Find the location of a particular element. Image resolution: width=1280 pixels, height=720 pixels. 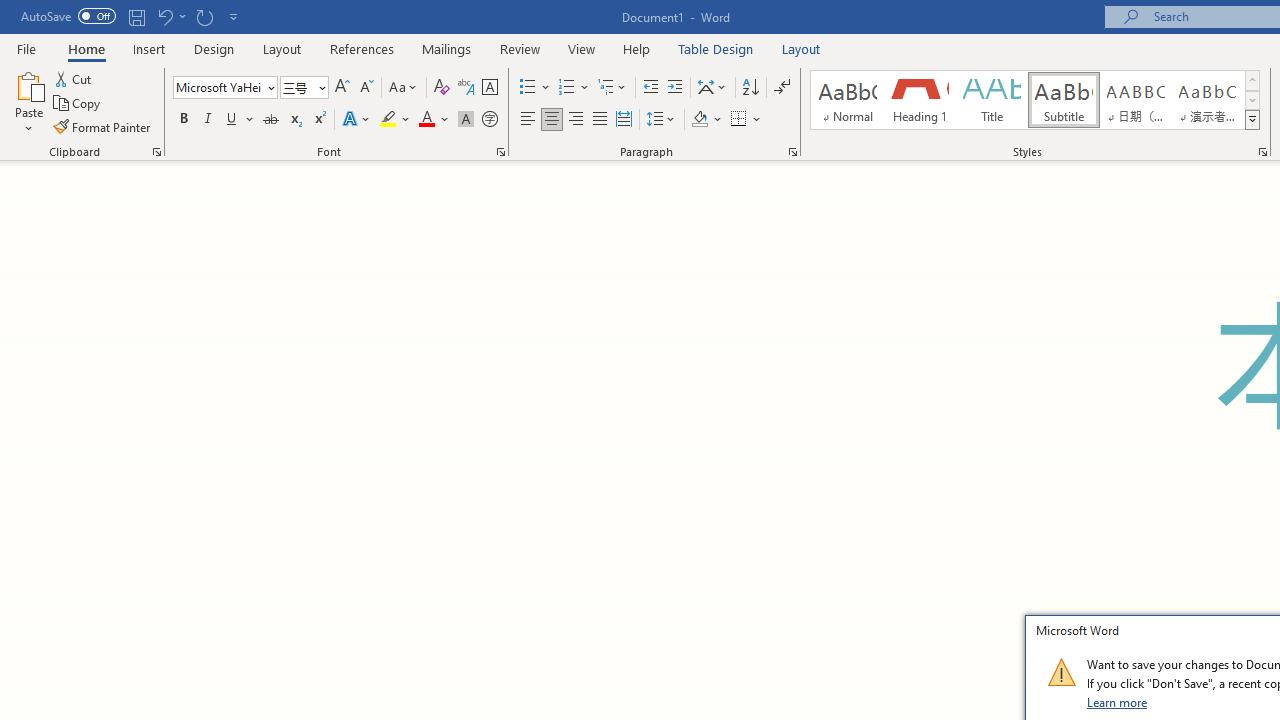

'Character Shading' is located at coordinates (464, 119).